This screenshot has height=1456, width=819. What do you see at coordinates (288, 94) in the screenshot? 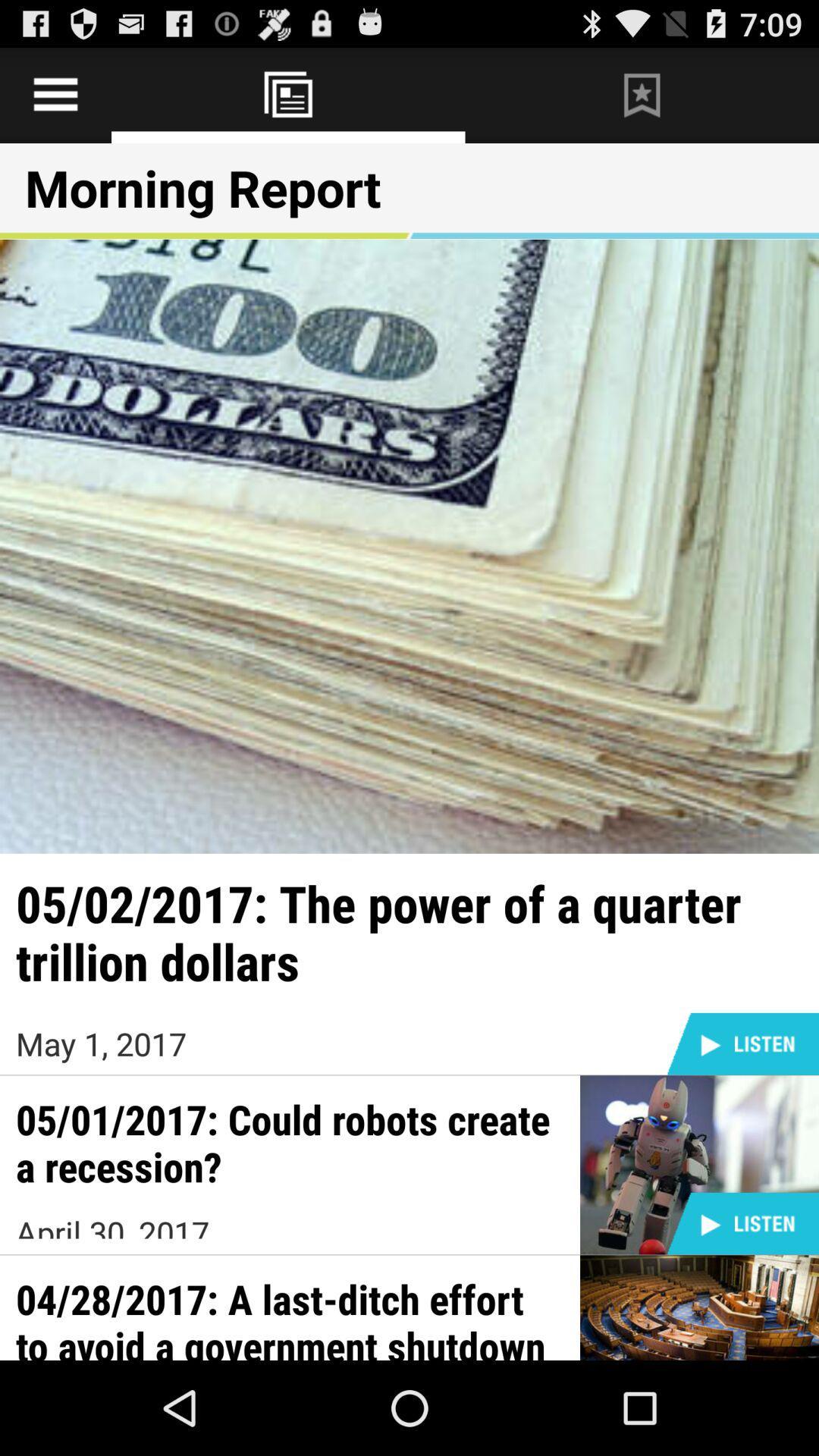
I see `stack windows` at bounding box center [288, 94].